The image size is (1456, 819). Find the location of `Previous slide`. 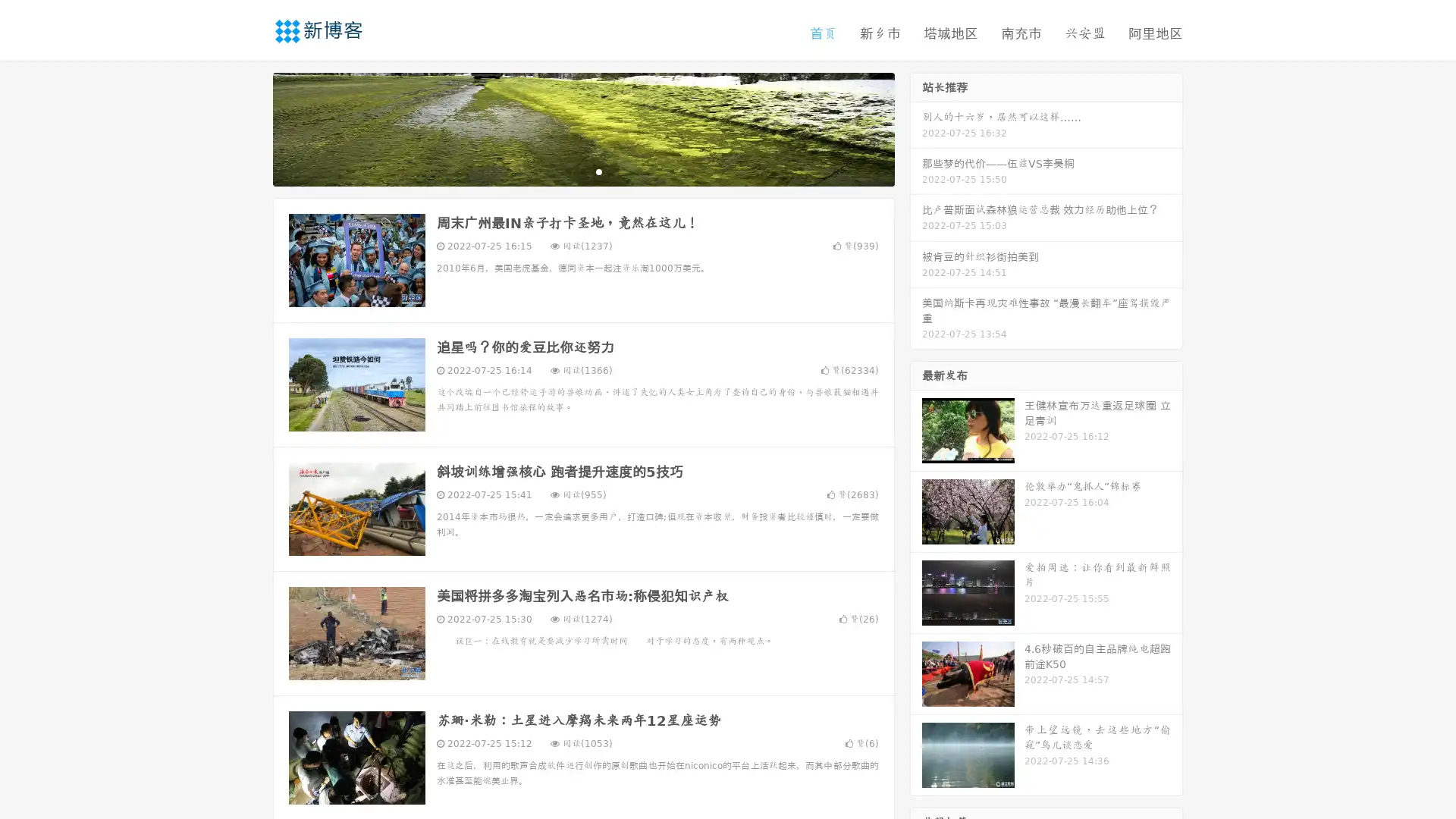

Previous slide is located at coordinates (250, 127).